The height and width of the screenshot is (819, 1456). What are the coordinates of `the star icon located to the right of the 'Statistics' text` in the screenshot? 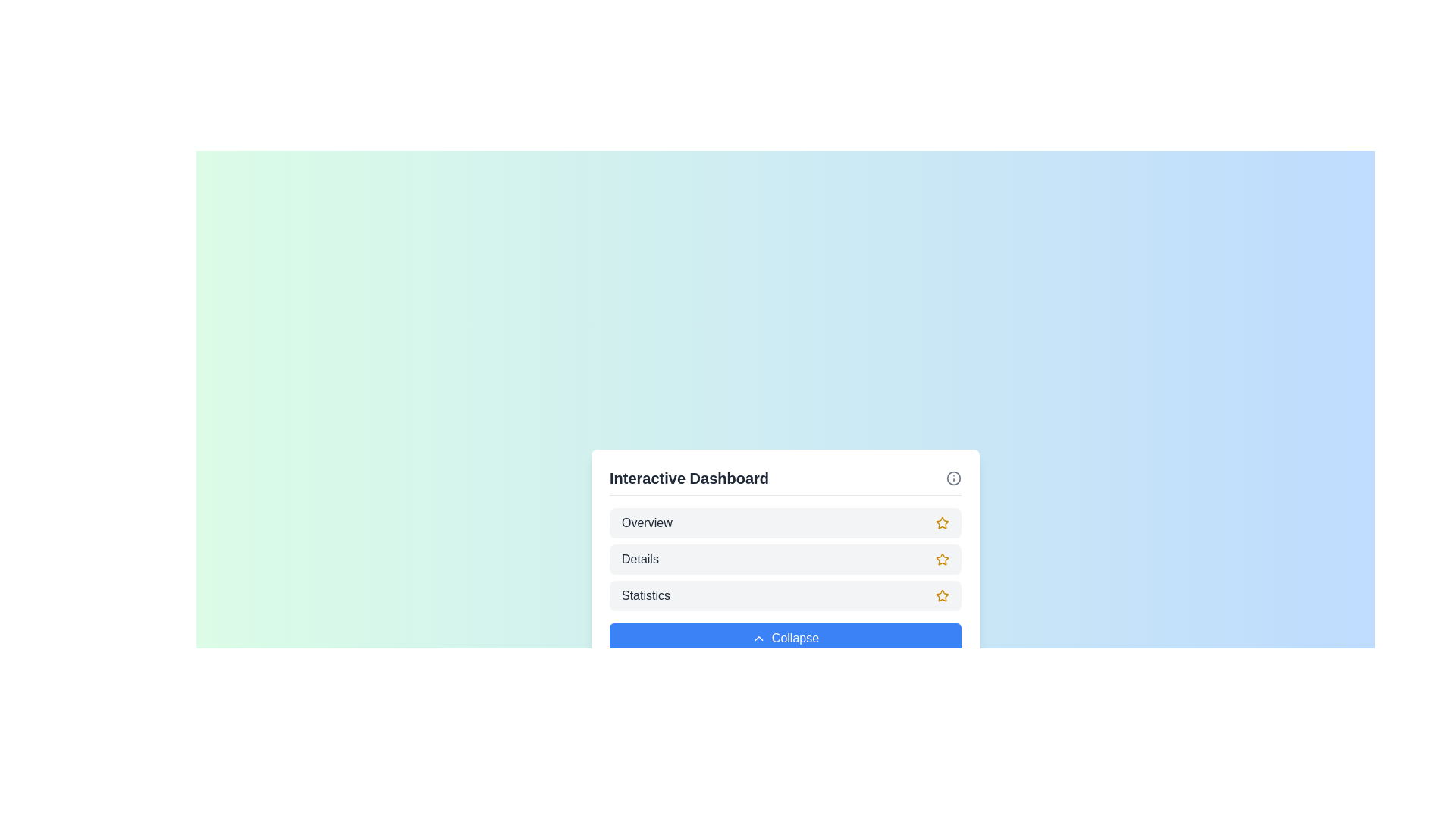 It's located at (942, 595).